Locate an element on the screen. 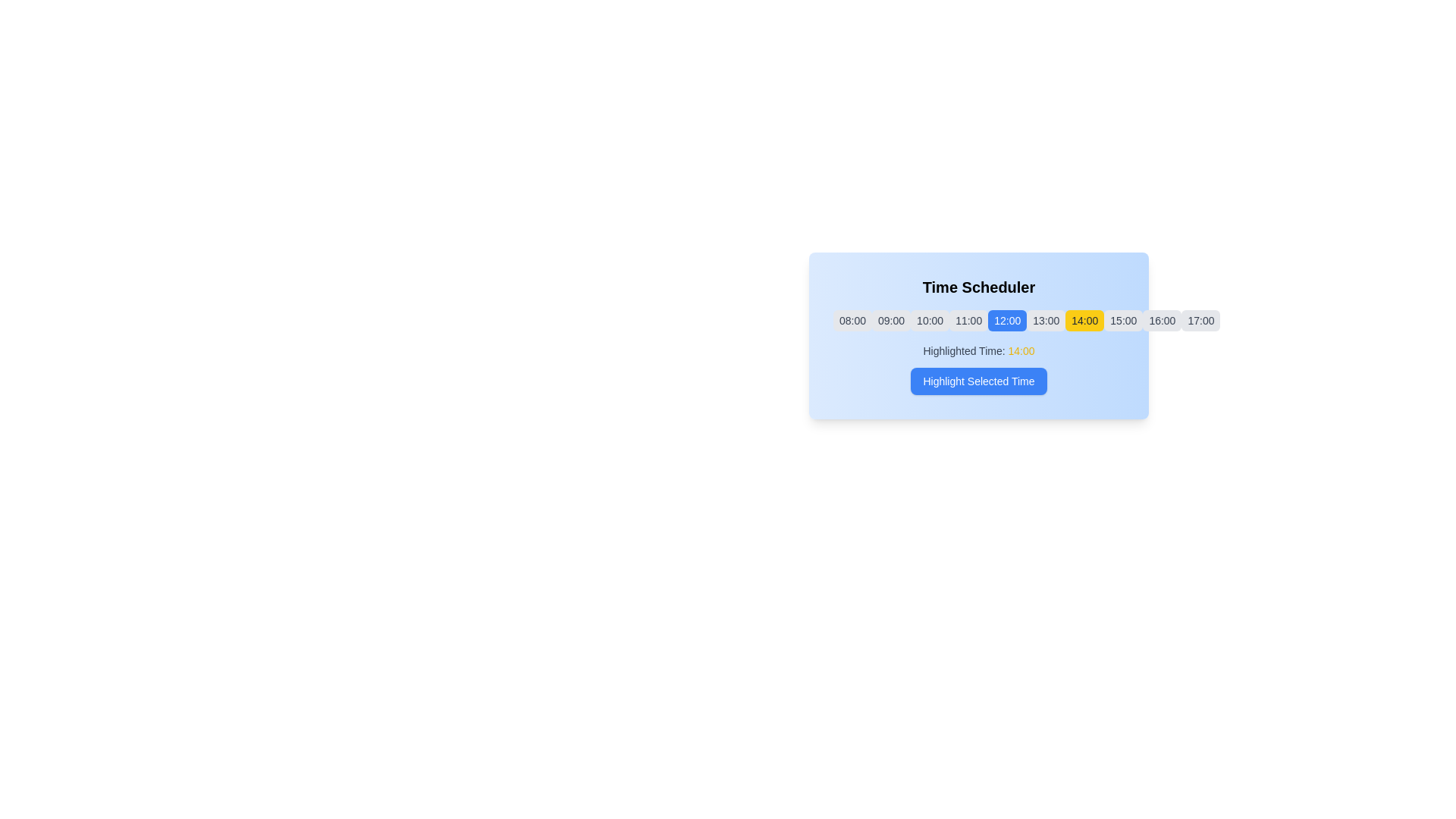 The height and width of the screenshot is (819, 1456). the Text label that conveys the currently highlighted or selected time, located above the 'Highlight Selected Time' button and below the time selector row is located at coordinates (979, 350).